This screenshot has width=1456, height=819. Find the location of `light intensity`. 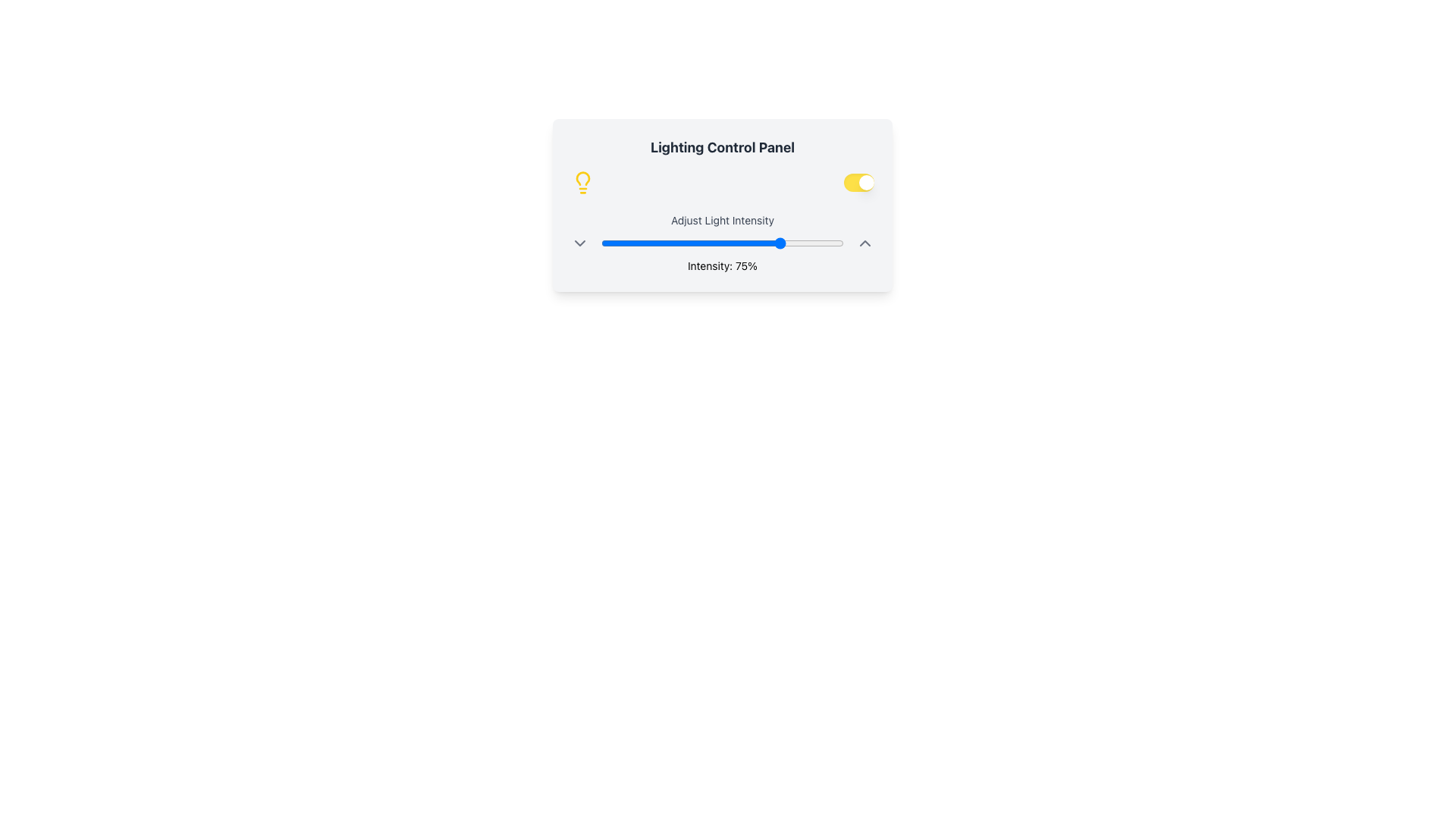

light intensity is located at coordinates (714, 242).